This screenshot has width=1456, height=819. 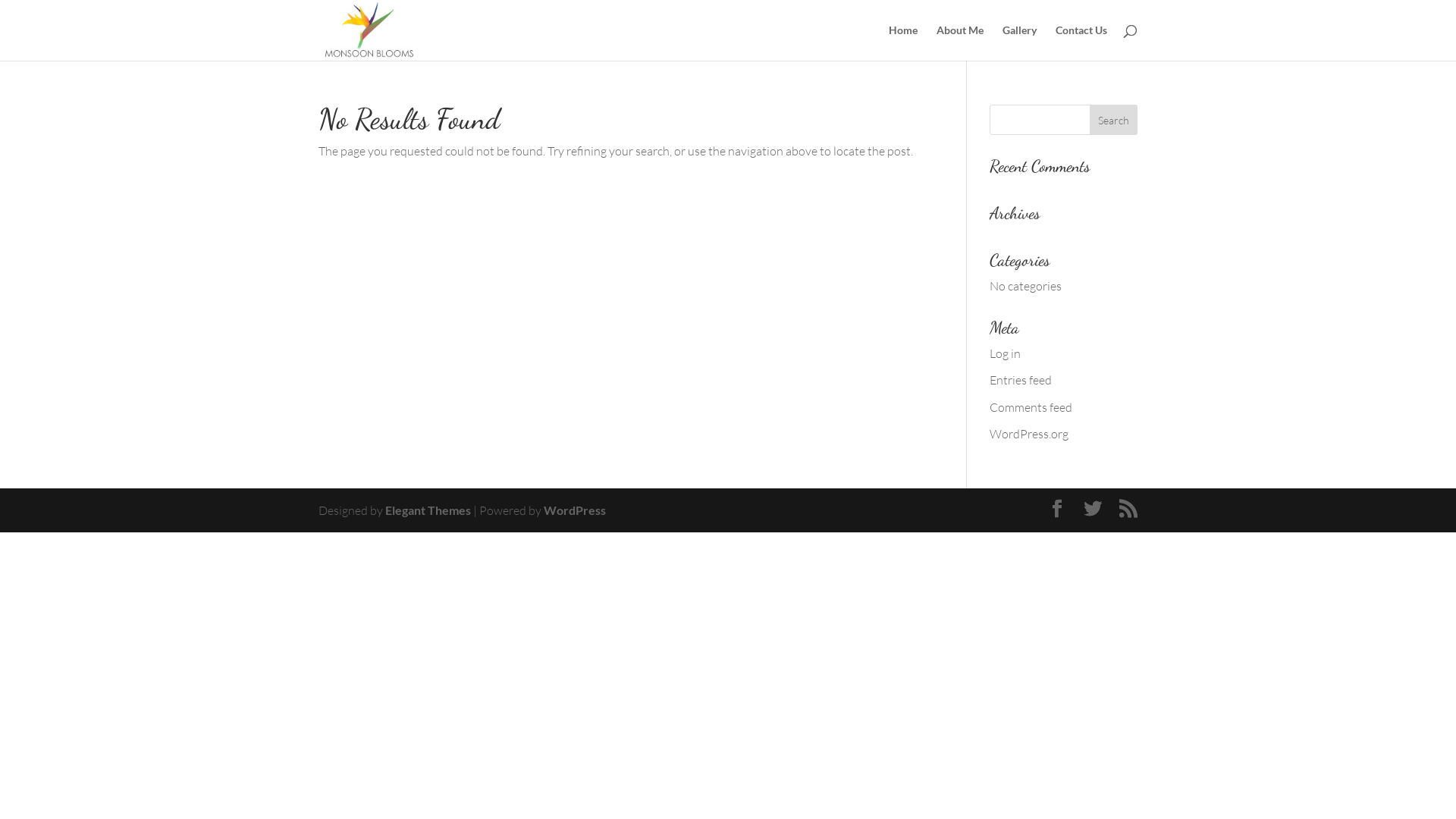 What do you see at coordinates (1005, 353) in the screenshot?
I see `'Log in'` at bounding box center [1005, 353].